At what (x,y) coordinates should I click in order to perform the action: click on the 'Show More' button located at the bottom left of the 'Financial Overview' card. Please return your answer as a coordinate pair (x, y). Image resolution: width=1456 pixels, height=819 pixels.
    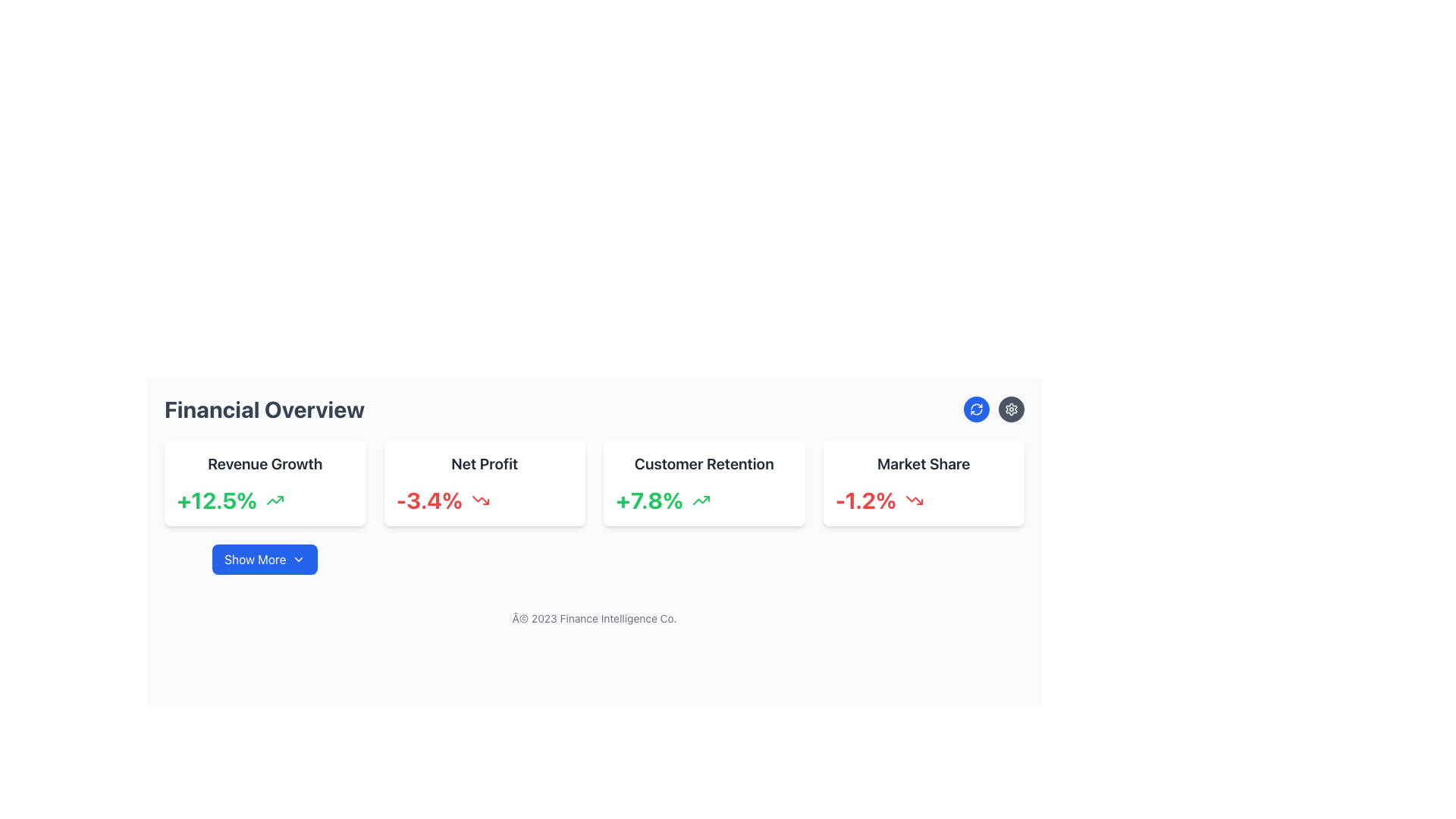
    Looking at the image, I should click on (299, 559).